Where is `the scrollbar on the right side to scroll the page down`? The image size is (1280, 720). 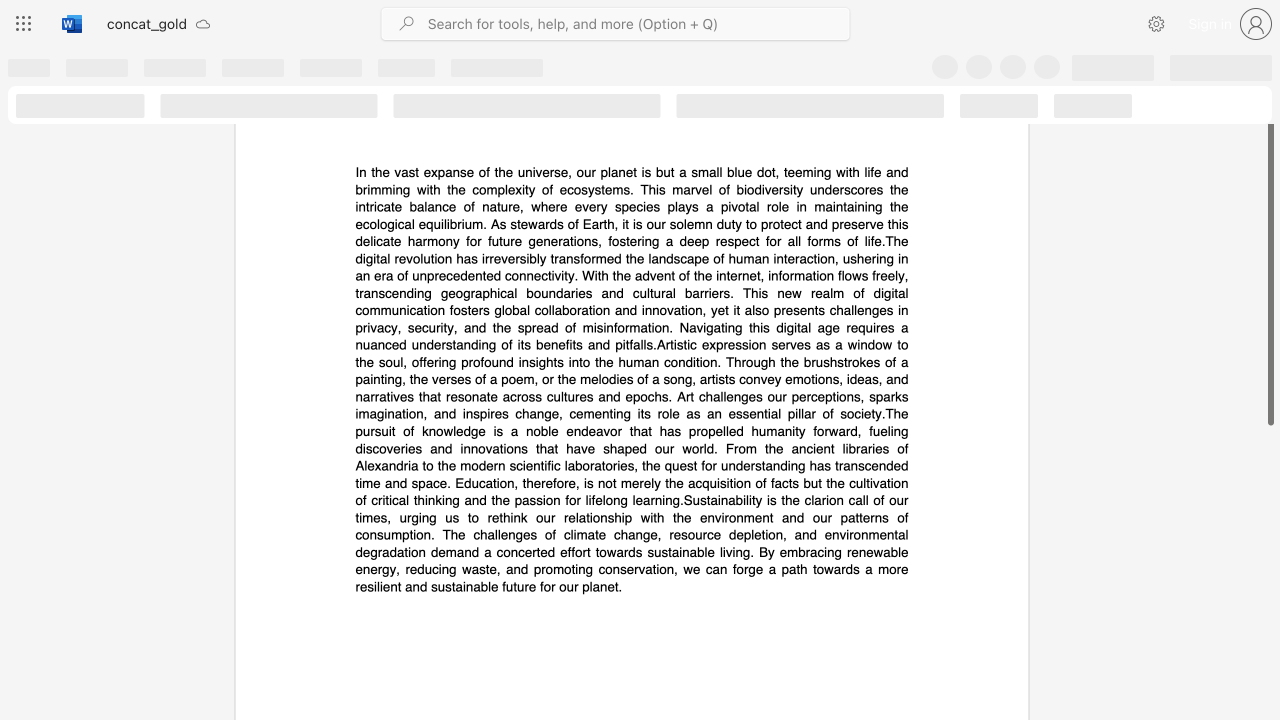 the scrollbar on the right side to scroll the page down is located at coordinates (1269, 588).